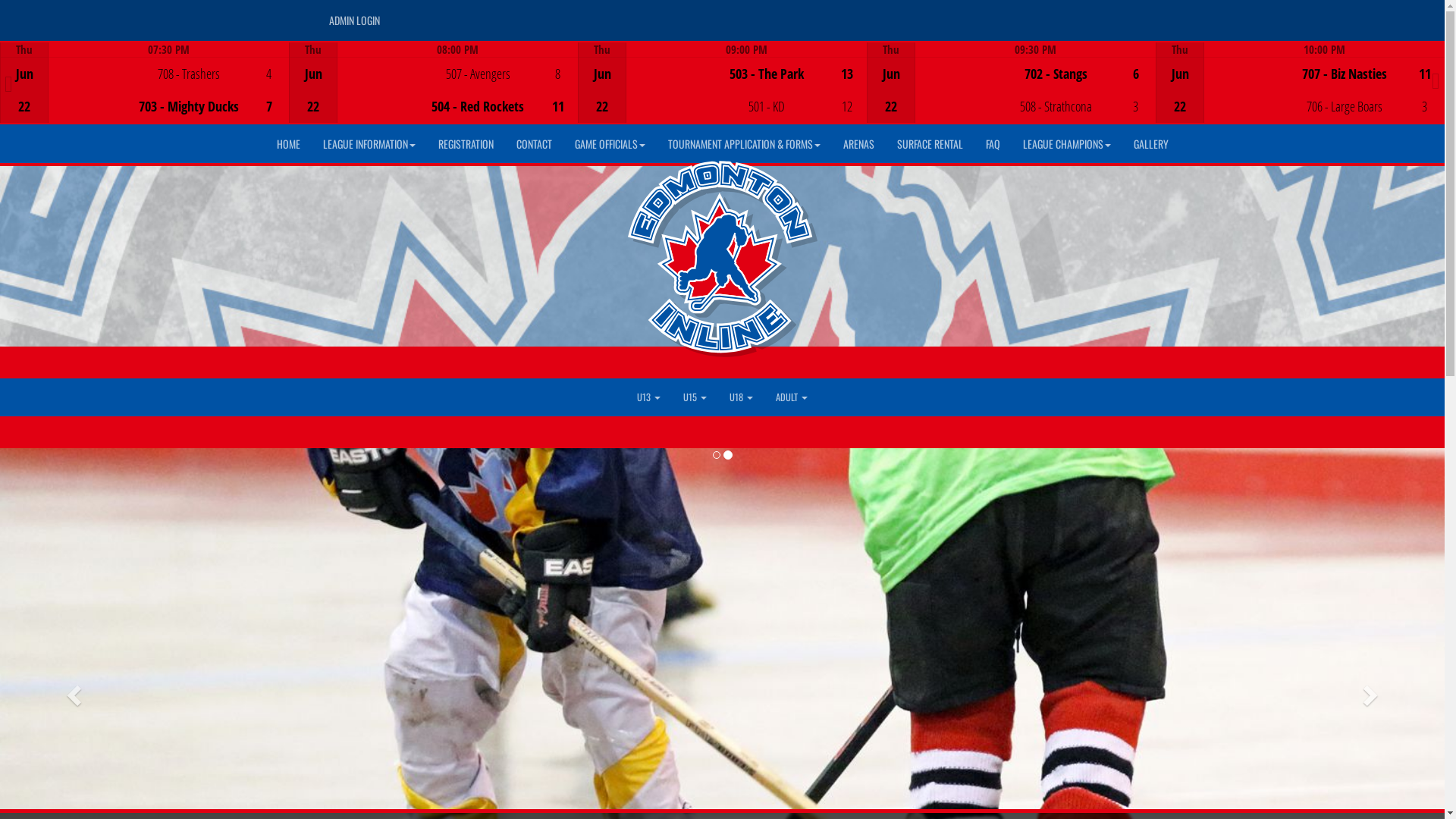  I want to click on 'GALLERY', so click(1122, 143).